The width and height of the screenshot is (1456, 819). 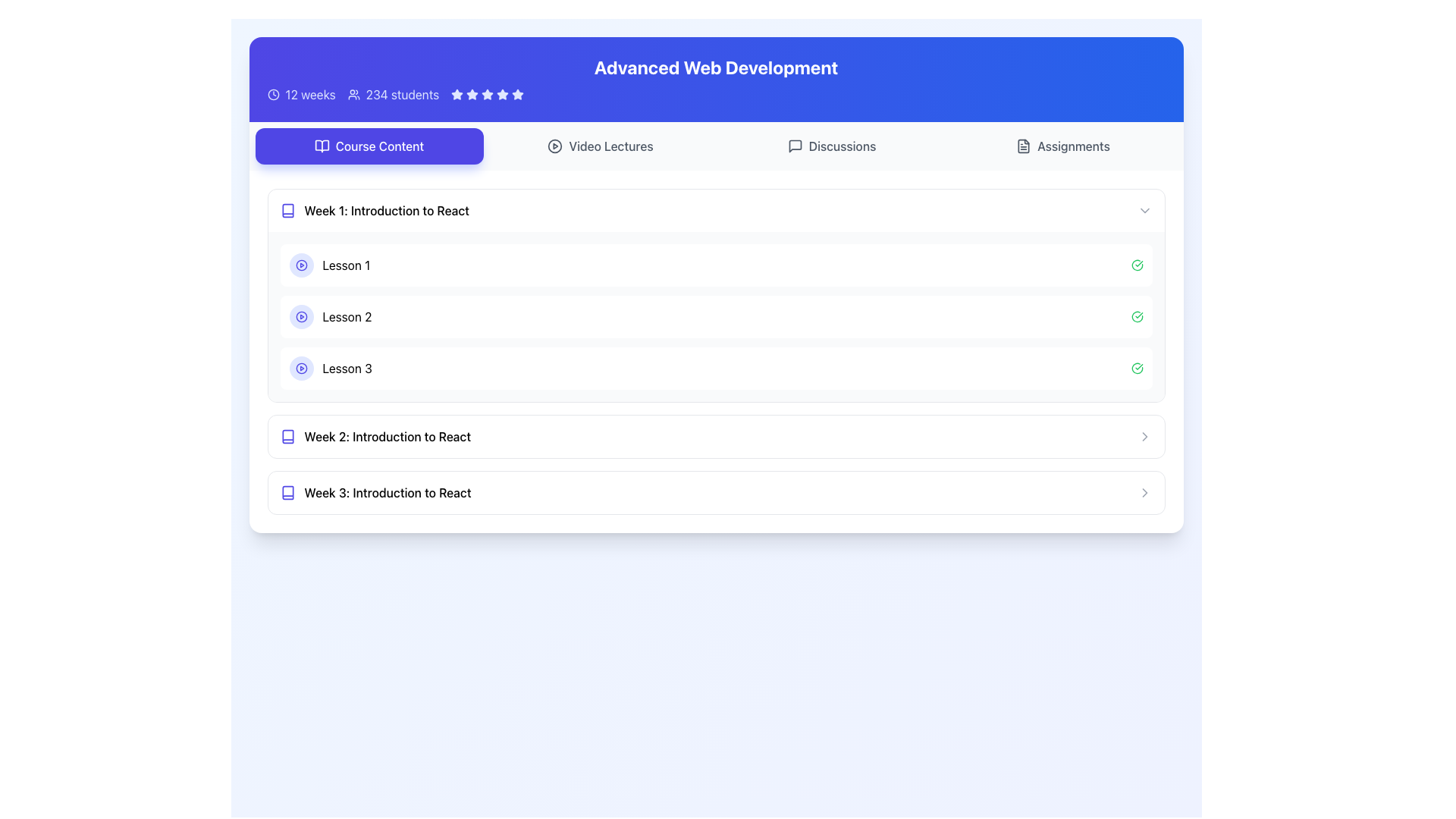 I want to click on the play icon next to the 'Lesson 3' text label to play the associated media in the list item under 'Week 1: Introduction to React', so click(x=330, y=369).